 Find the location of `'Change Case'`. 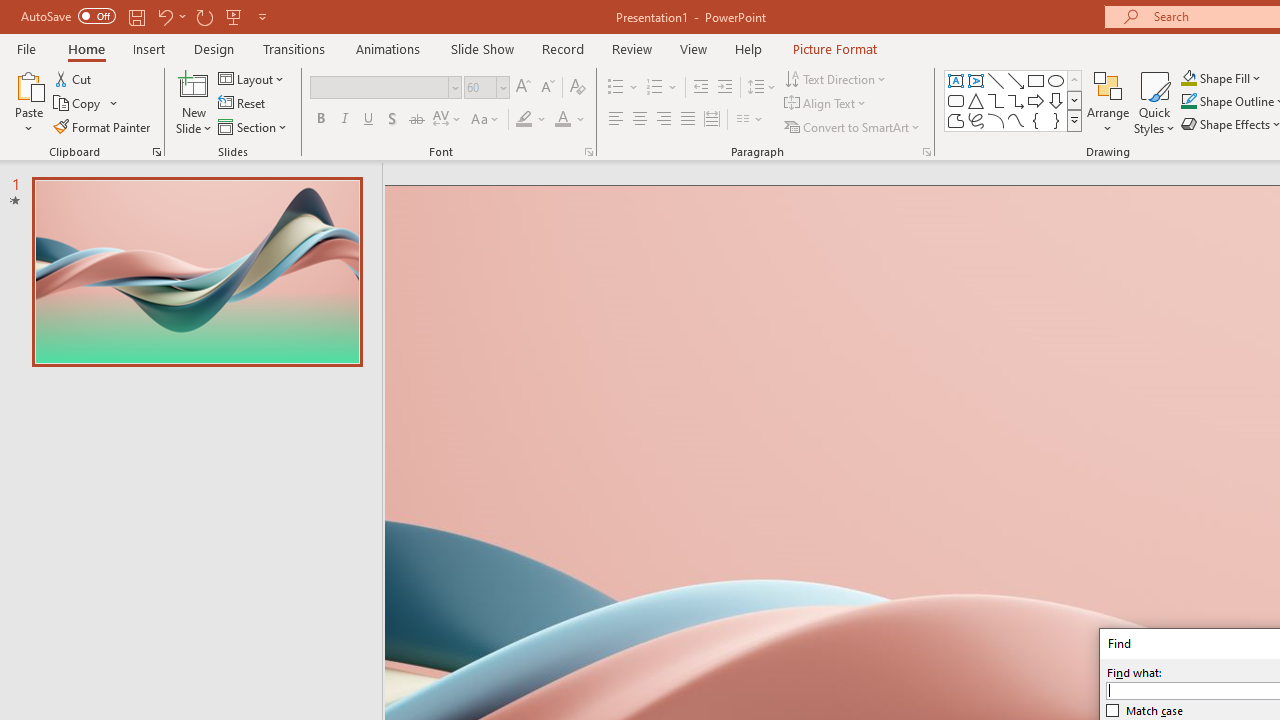

'Change Case' is located at coordinates (486, 119).